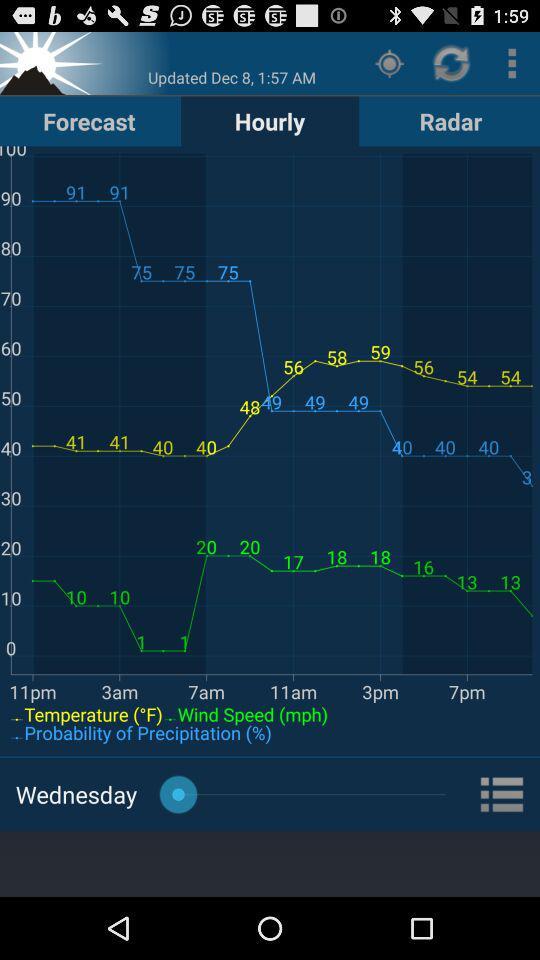 This screenshot has width=540, height=960. I want to click on button to the right of forecast, so click(270, 120).